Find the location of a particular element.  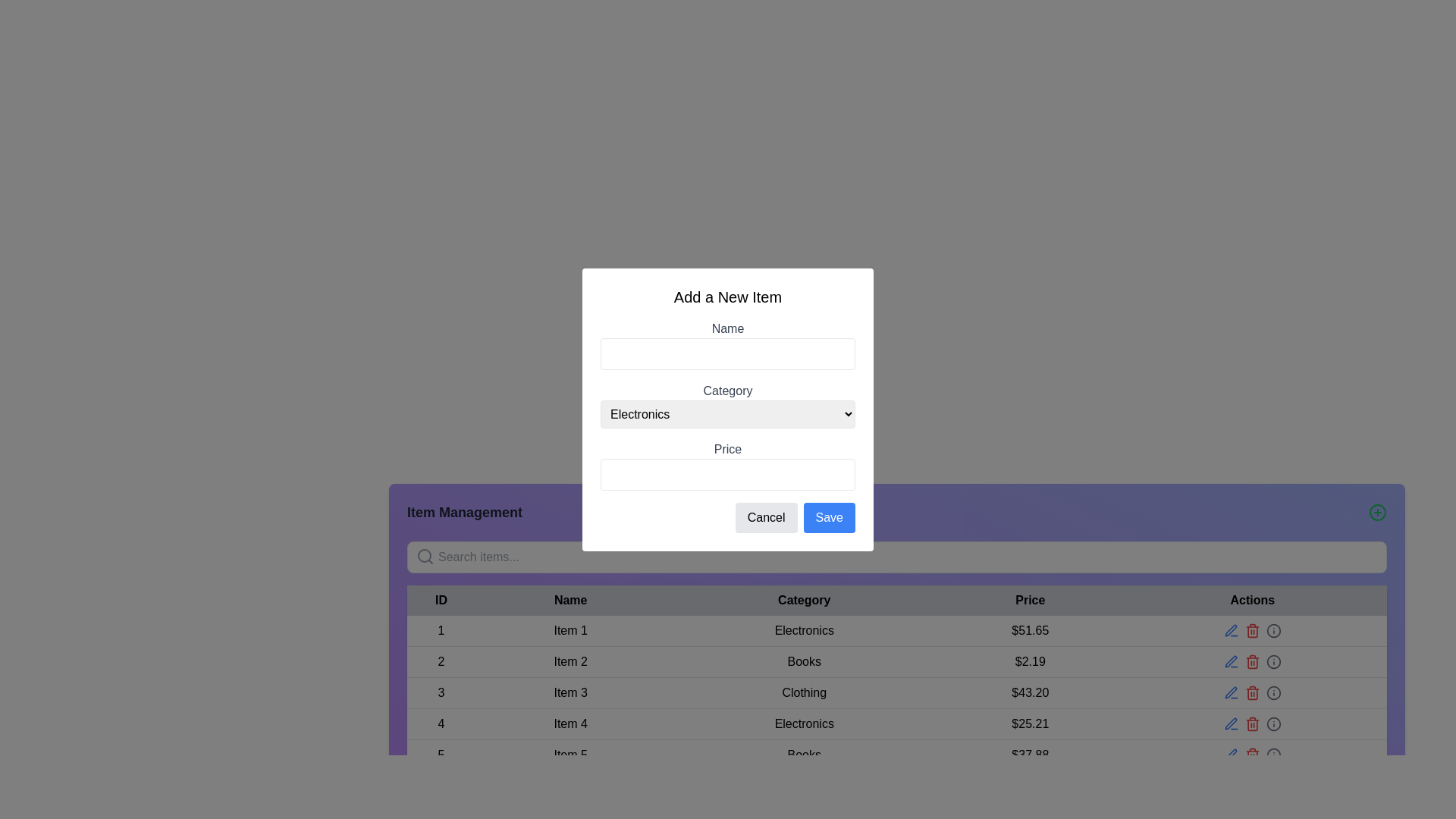

the graphical icon component located in the lower-right area of the central action region is located at coordinates (1273, 755).